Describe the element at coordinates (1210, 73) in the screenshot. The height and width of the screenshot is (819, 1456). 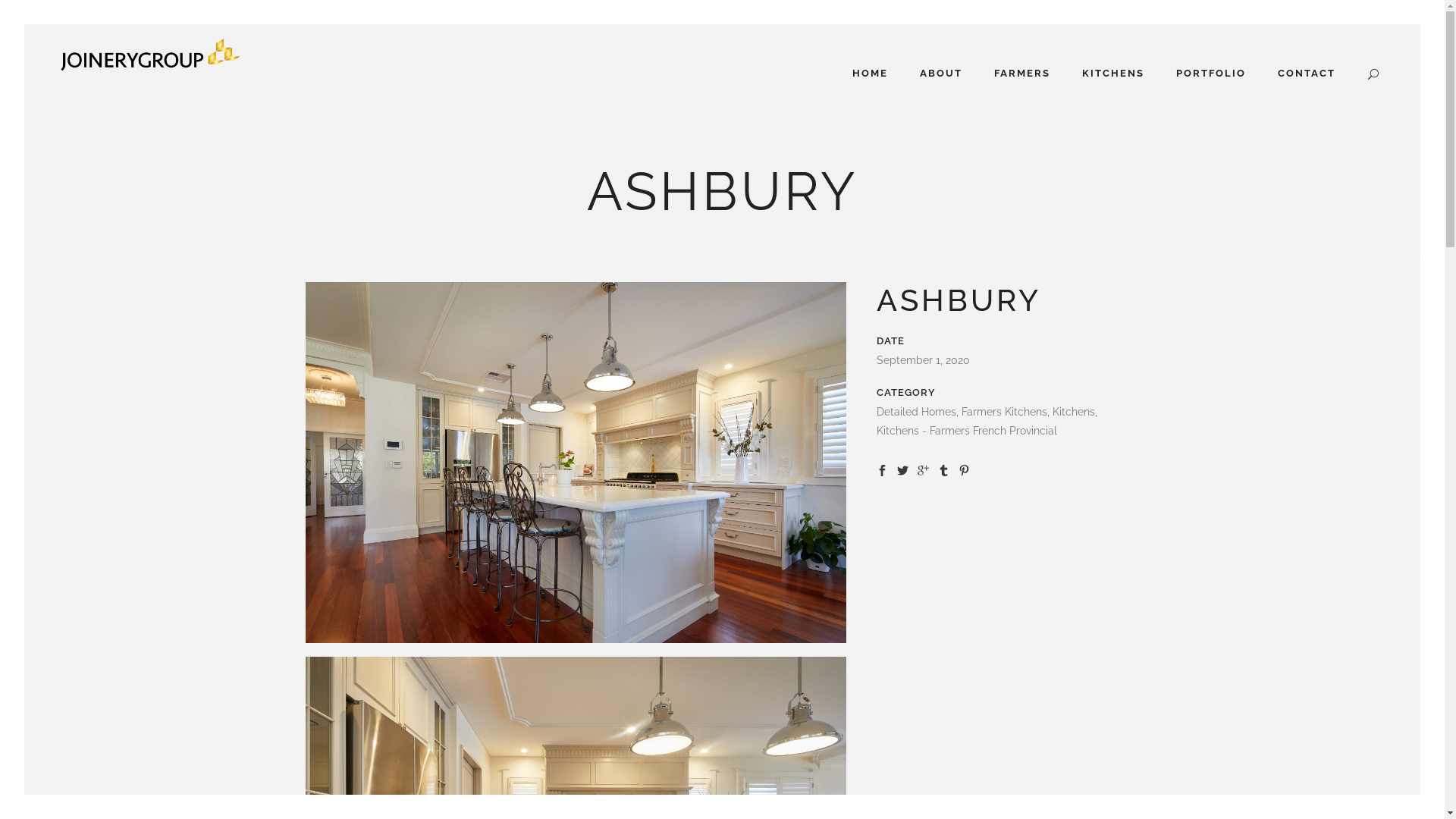
I see `'PORTFOLIO'` at that location.